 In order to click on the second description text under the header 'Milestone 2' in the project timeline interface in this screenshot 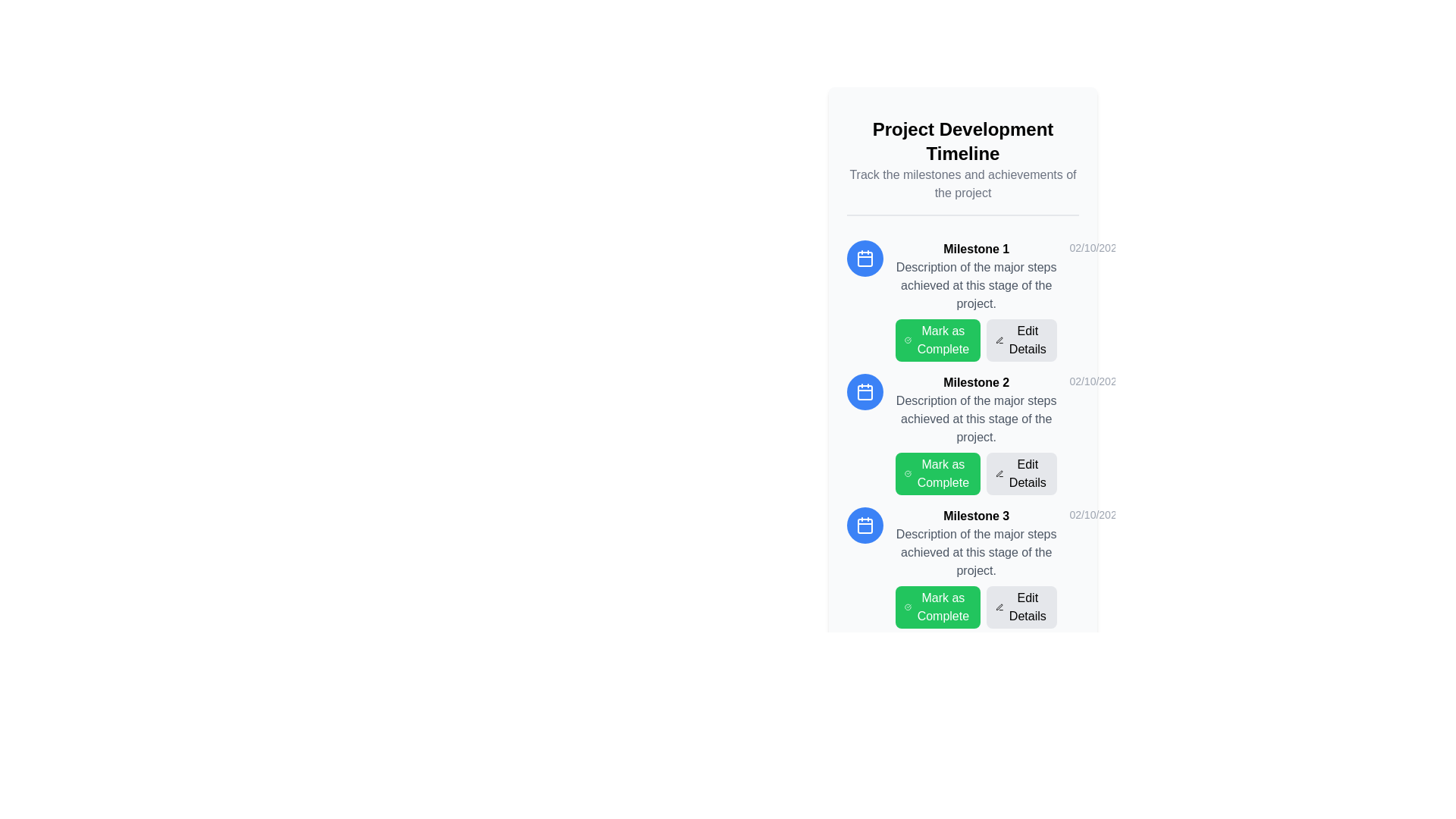, I will do `click(976, 419)`.